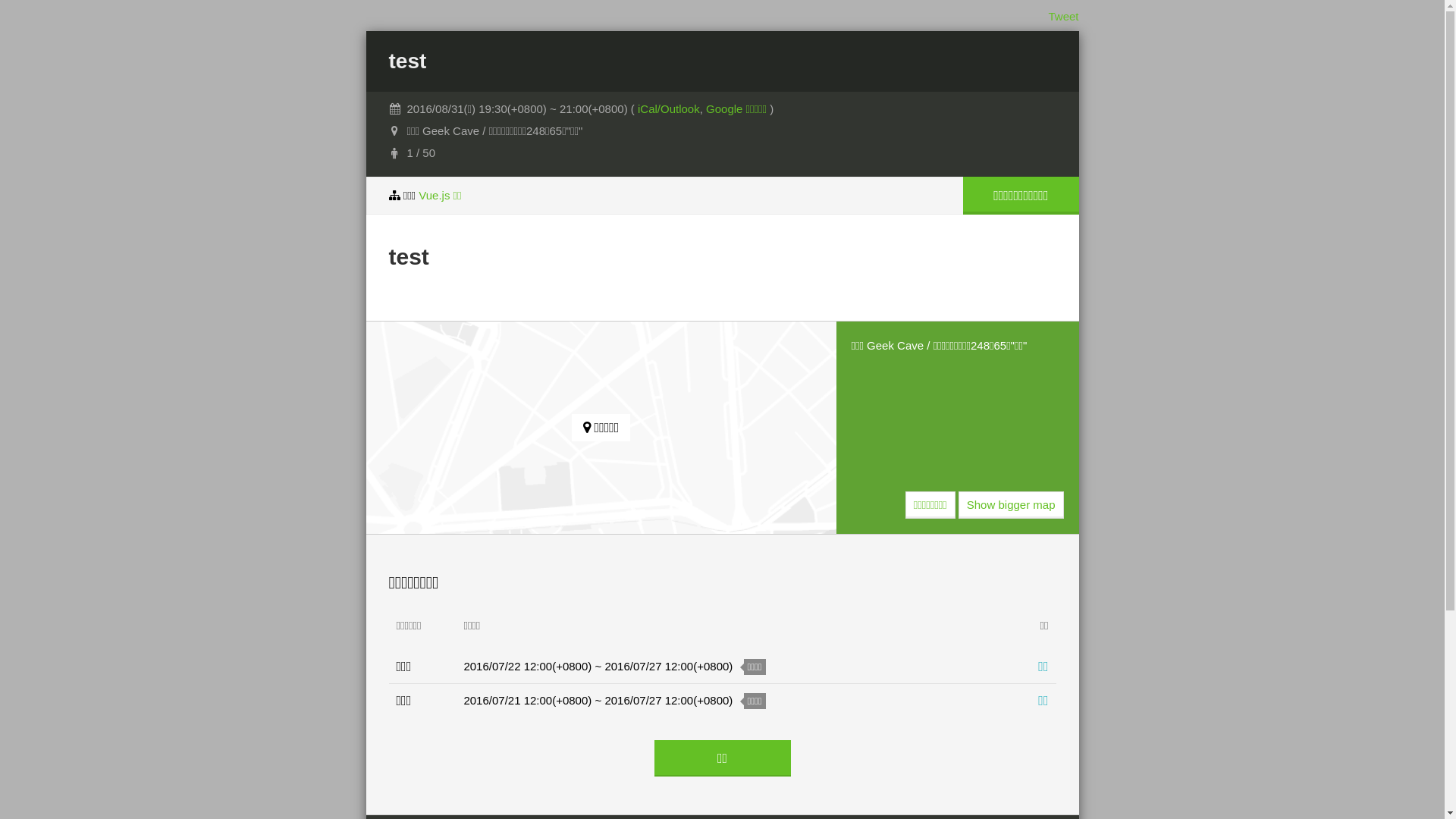  I want to click on 'Tweet', so click(1047, 16).